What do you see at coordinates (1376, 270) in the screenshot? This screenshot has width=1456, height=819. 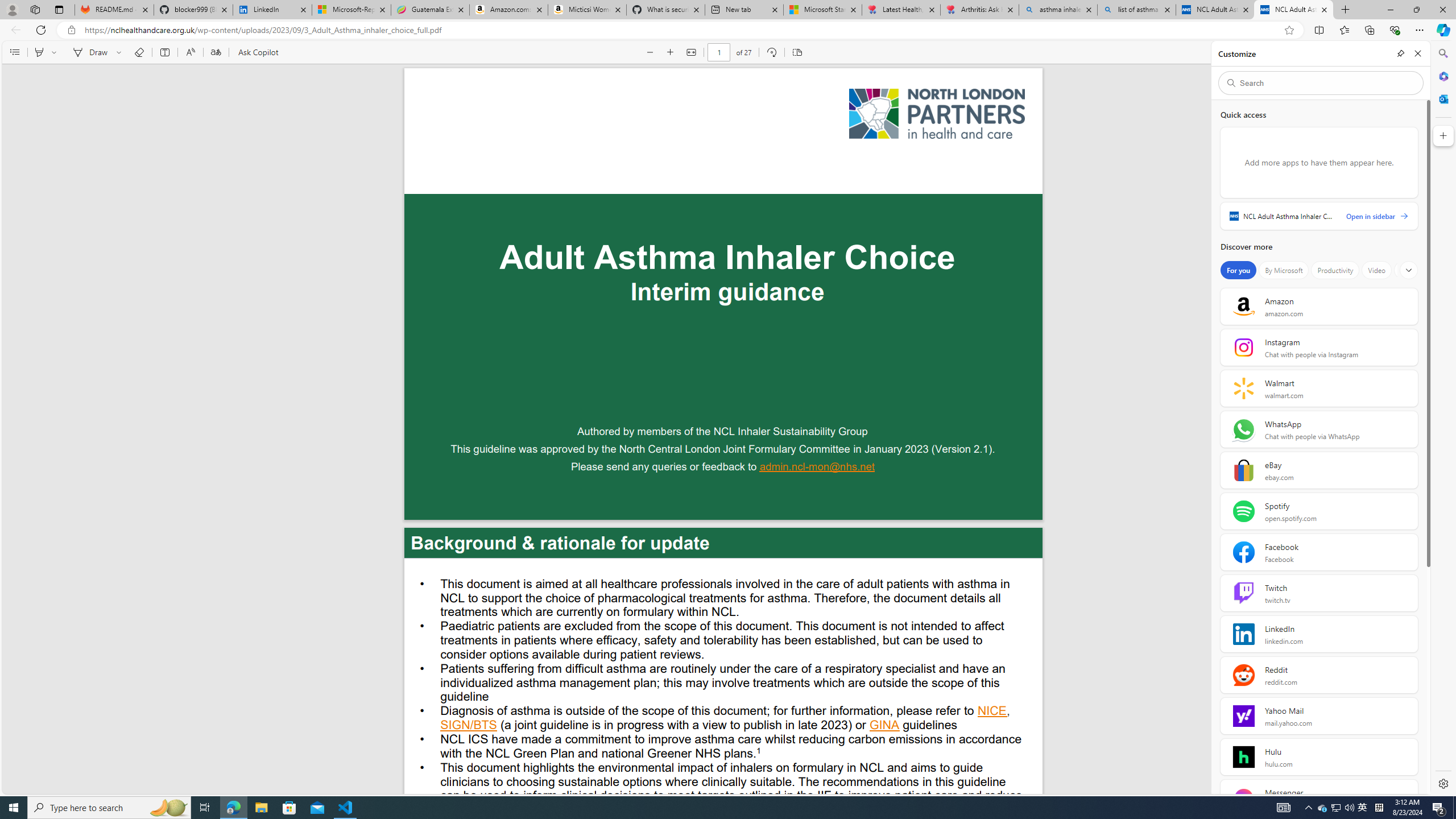 I see `'Video'` at bounding box center [1376, 270].